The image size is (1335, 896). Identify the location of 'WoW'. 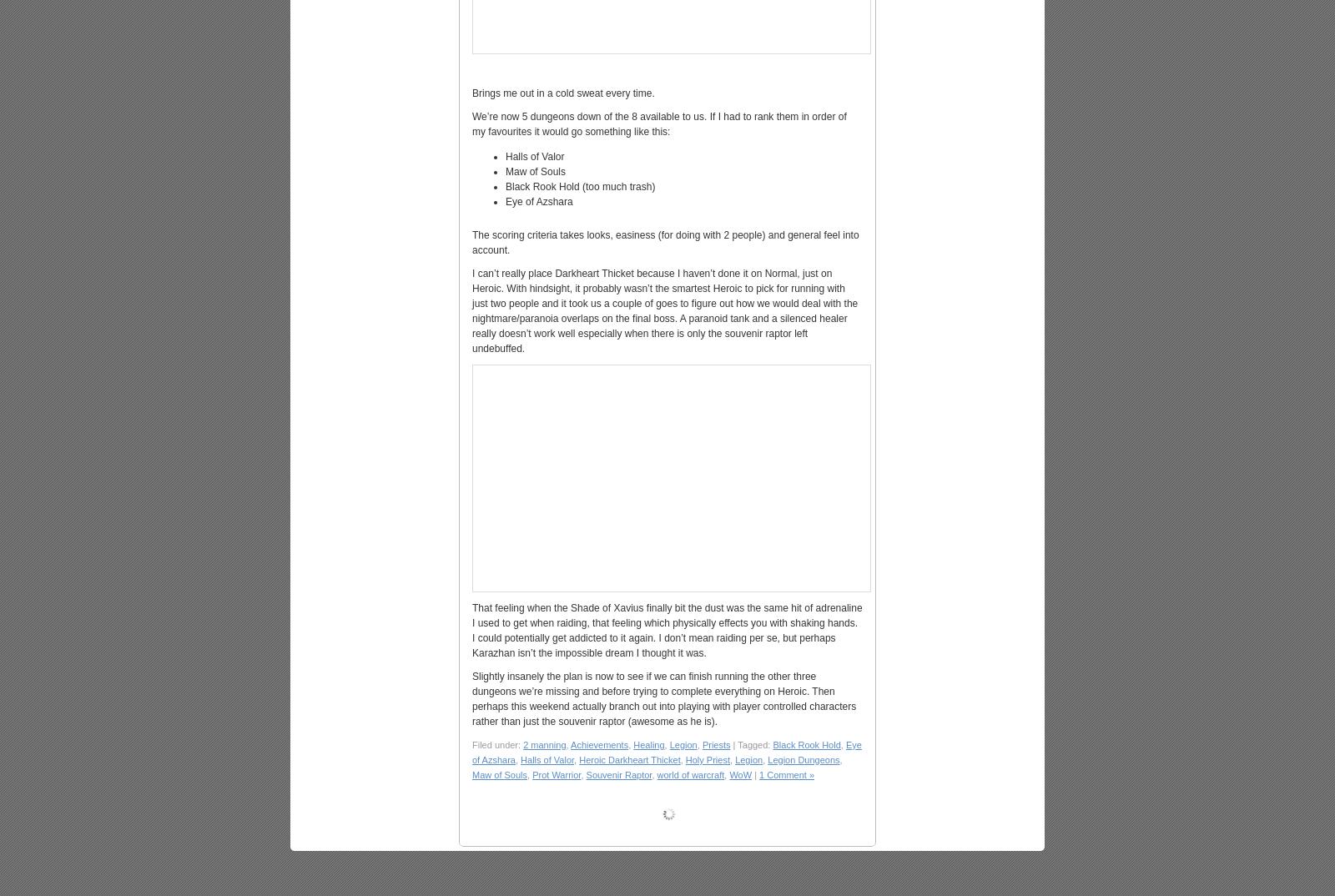
(739, 775).